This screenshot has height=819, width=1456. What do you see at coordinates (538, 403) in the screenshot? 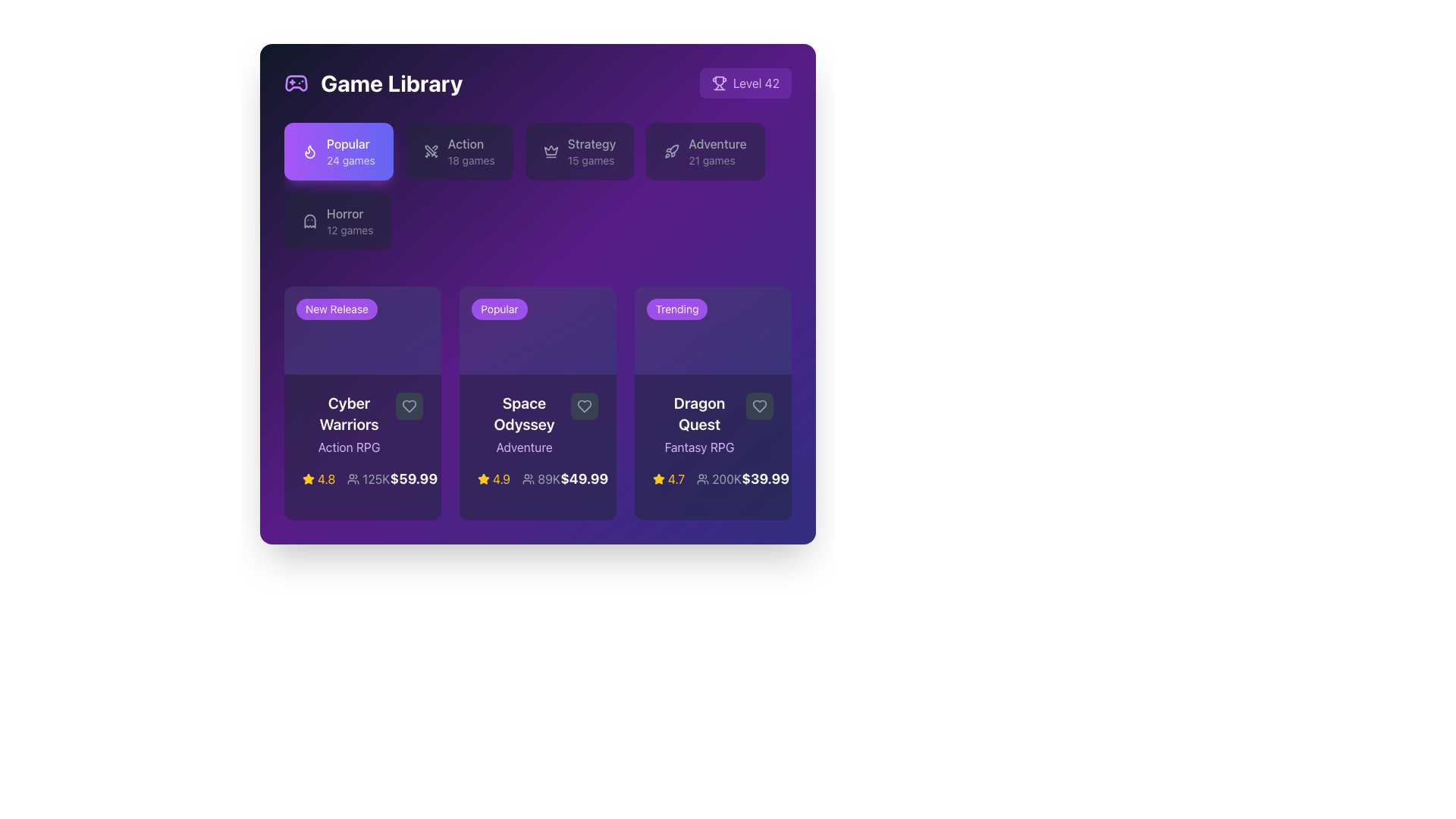
I see `a game card within the 'Game Library' section` at bounding box center [538, 403].